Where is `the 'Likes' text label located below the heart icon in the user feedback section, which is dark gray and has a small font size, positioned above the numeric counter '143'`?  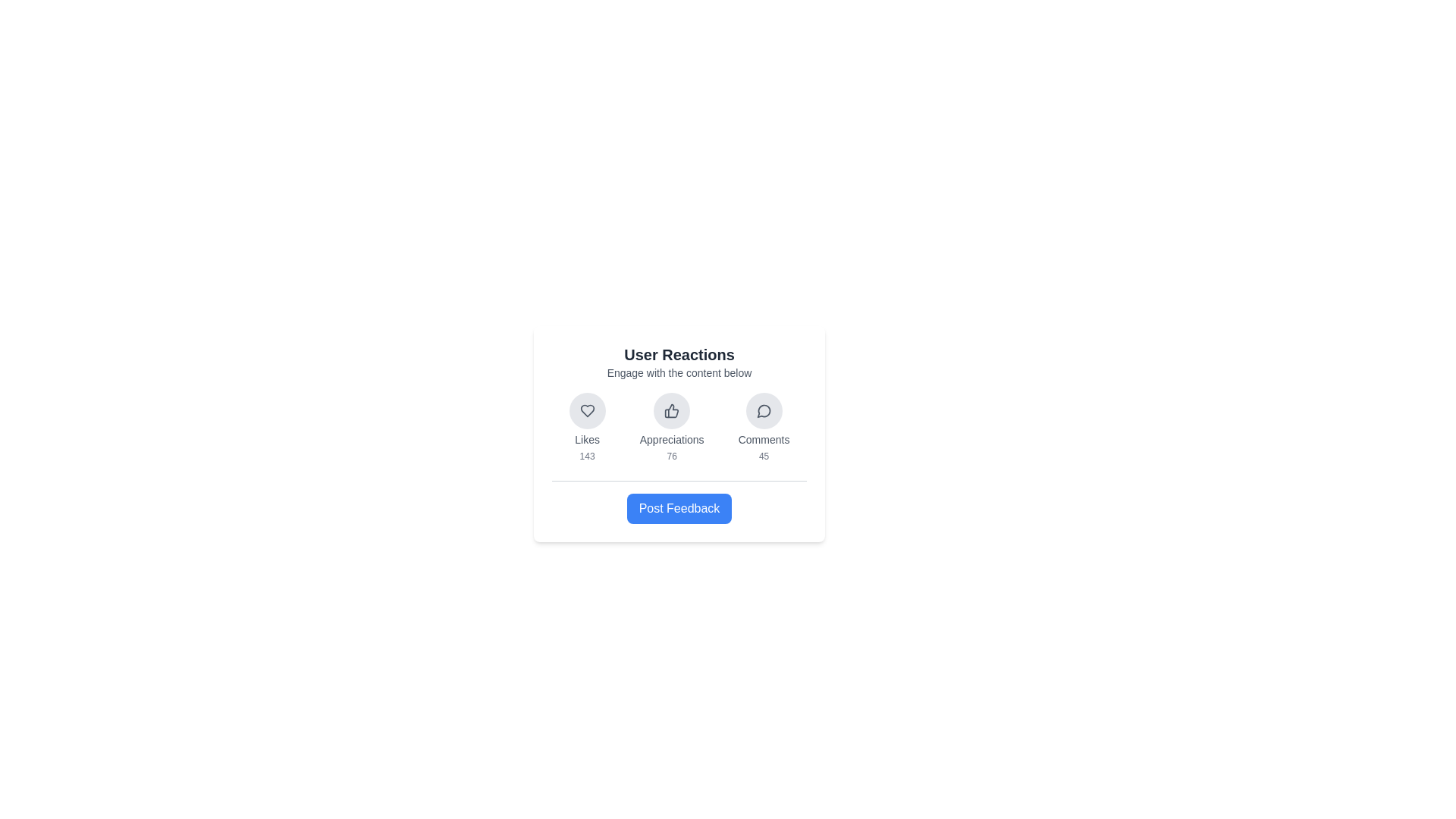 the 'Likes' text label located below the heart icon in the user feedback section, which is dark gray and has a small font size, positioned above the numeric counter '143' is located at coordinates (586, 439).